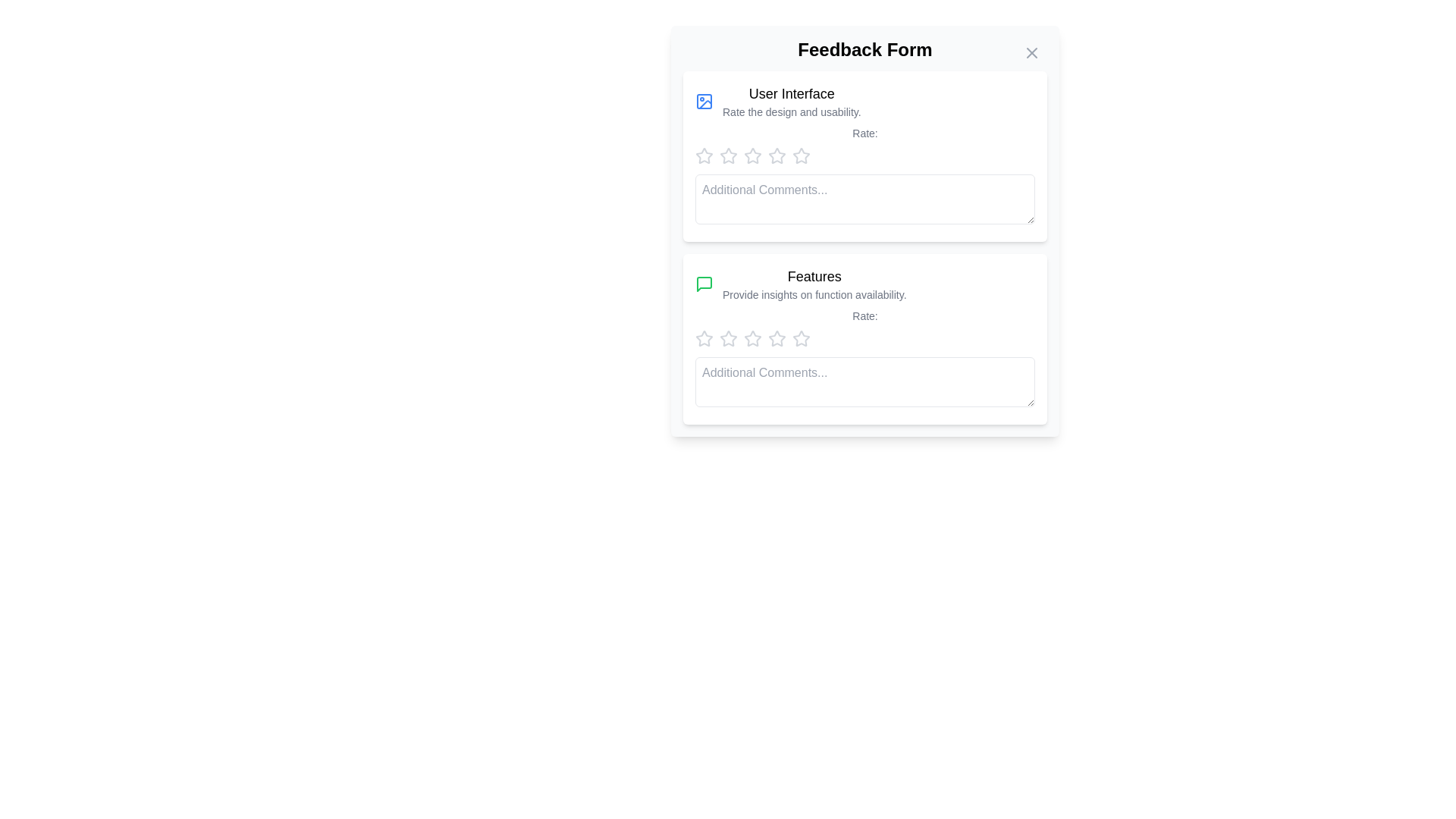 The image size is (1456, 819). What do you see at coordinates (702, 155) in the screenshot?
I see `the first star icon in the 'Rate' section of the 'User Interface' feedback form to provide a rating` at bounding box center [702, 155].